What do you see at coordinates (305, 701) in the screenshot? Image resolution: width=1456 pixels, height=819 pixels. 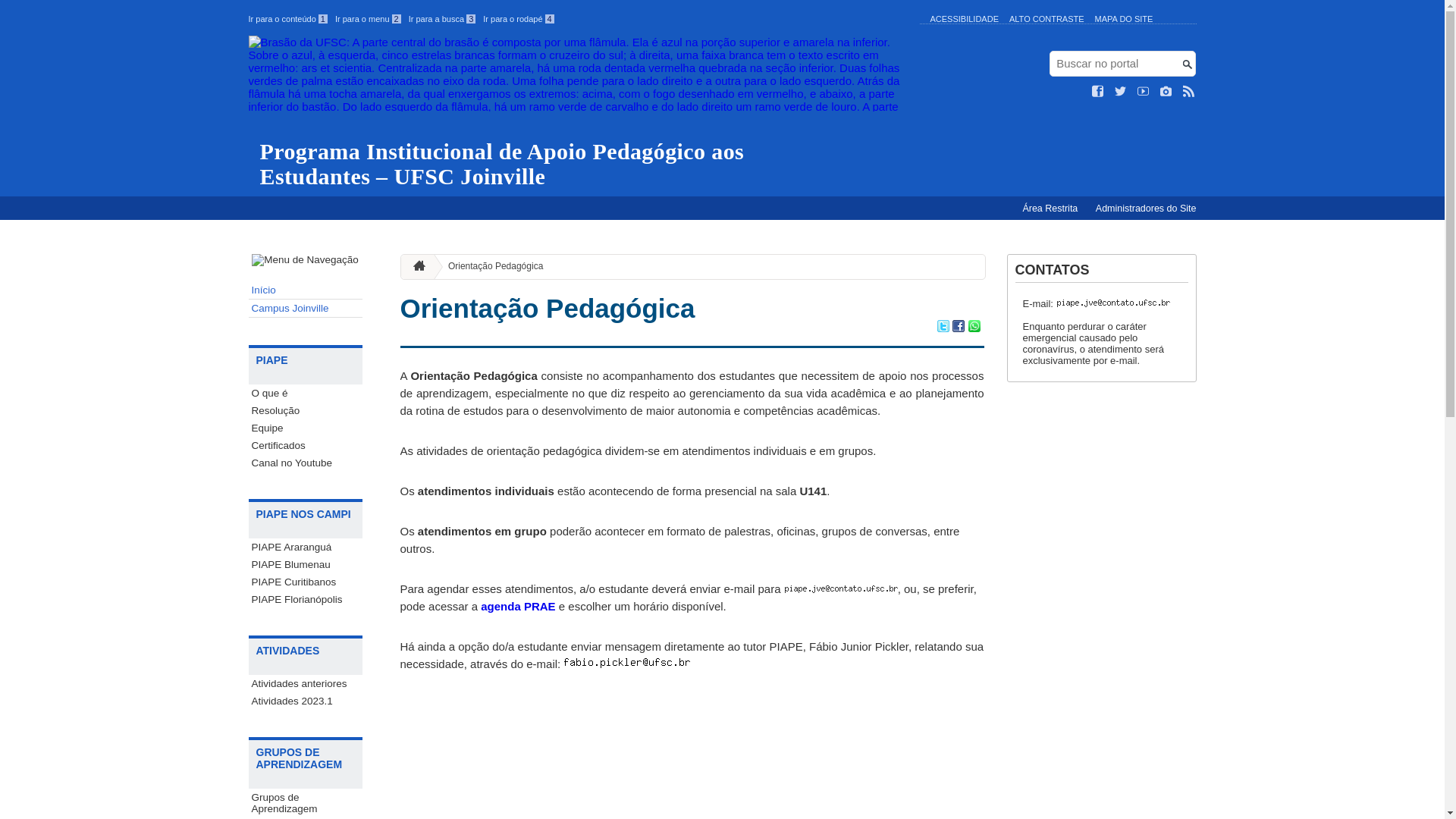 I see `'Atividades 2023.1'` at bounding box center [305, 701].